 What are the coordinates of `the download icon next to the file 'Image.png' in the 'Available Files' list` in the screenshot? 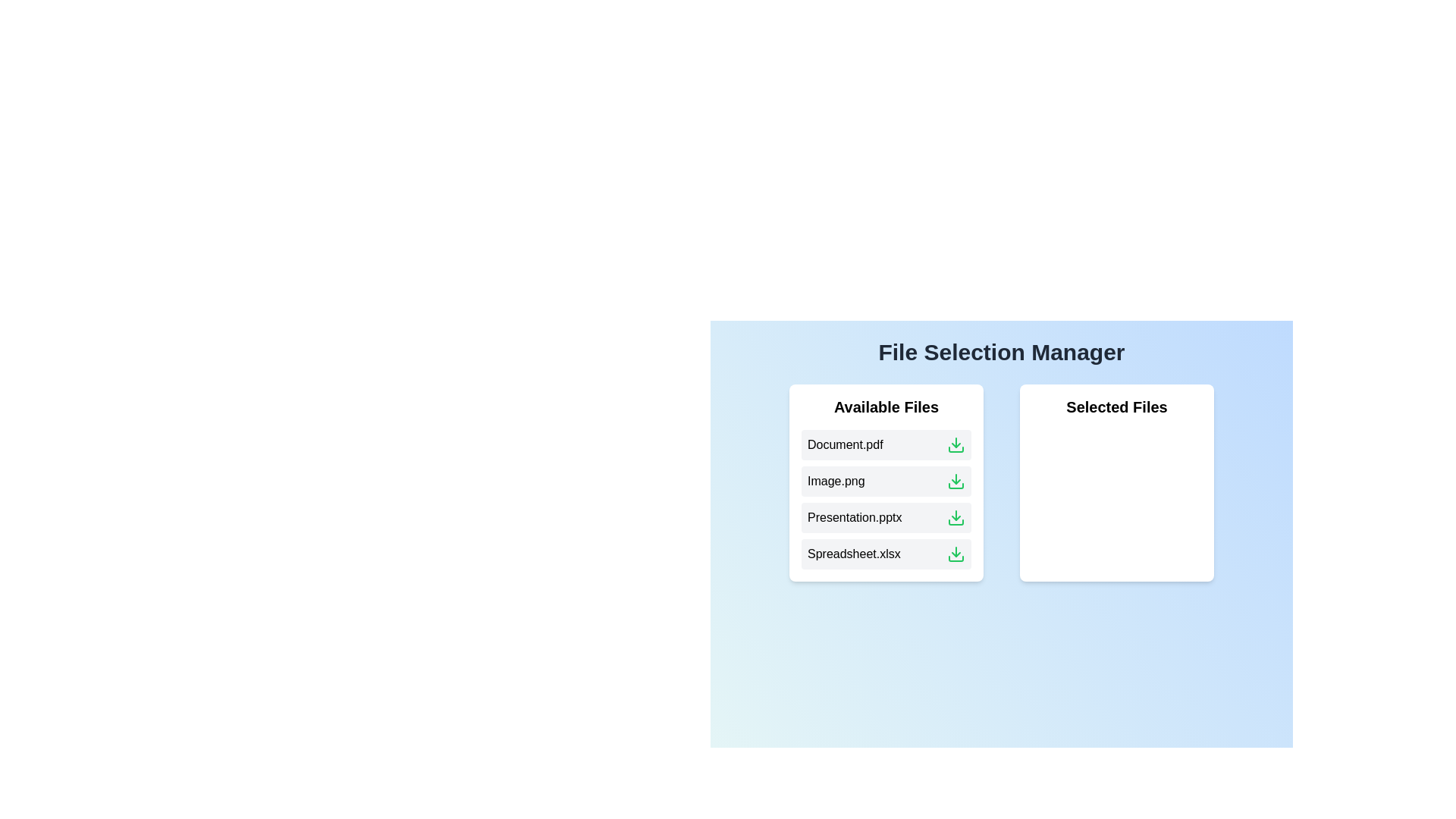 It's located at (955, 482).